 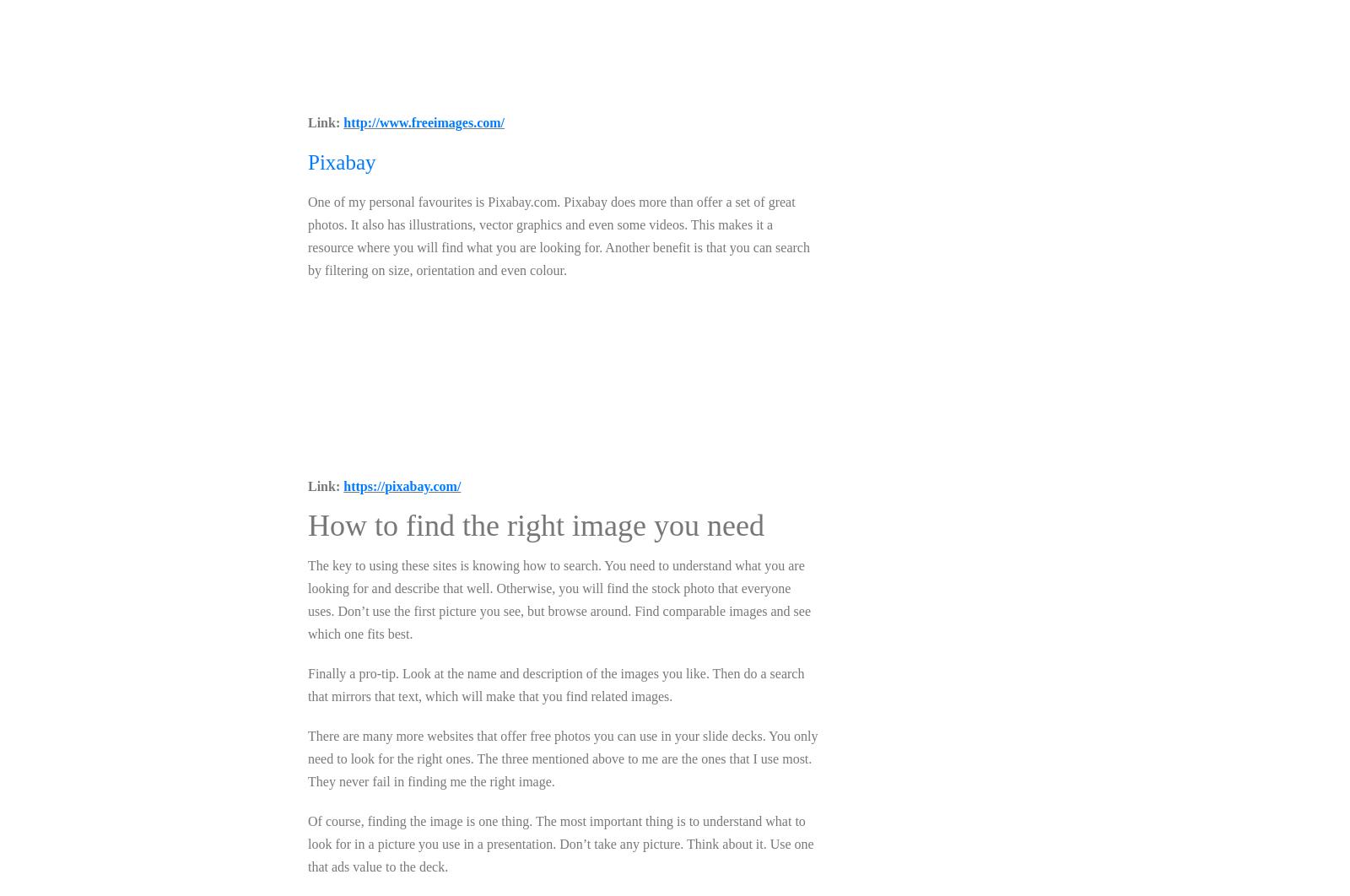 What do you see at coordinates (340, 162) in the screenshot?
I see `'Pixabay'` at bounding box center [340, 162].